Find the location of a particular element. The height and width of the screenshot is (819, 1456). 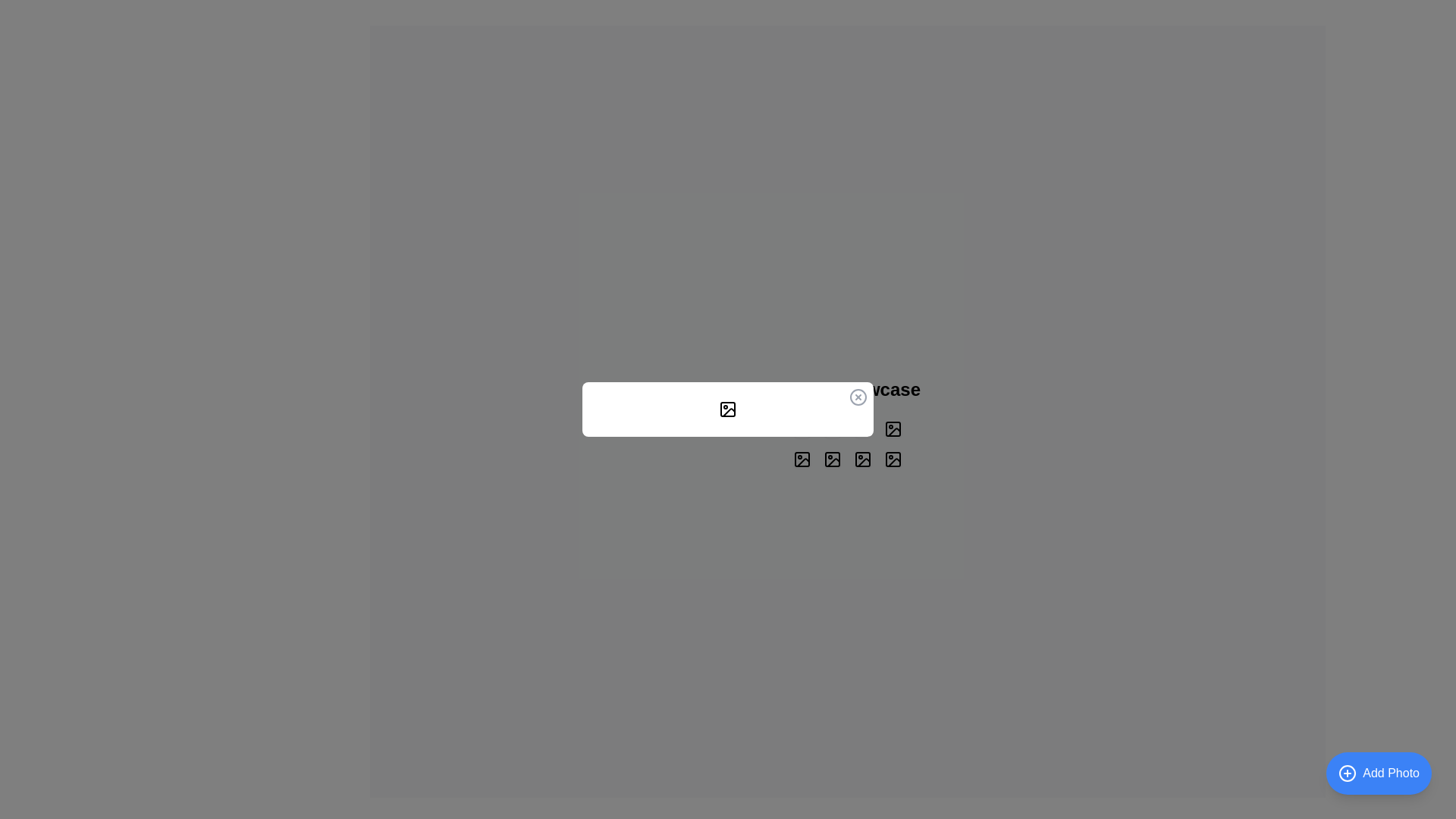

the fifth button in the bottom-right corner of the grid is located at coordinates (893, 458).